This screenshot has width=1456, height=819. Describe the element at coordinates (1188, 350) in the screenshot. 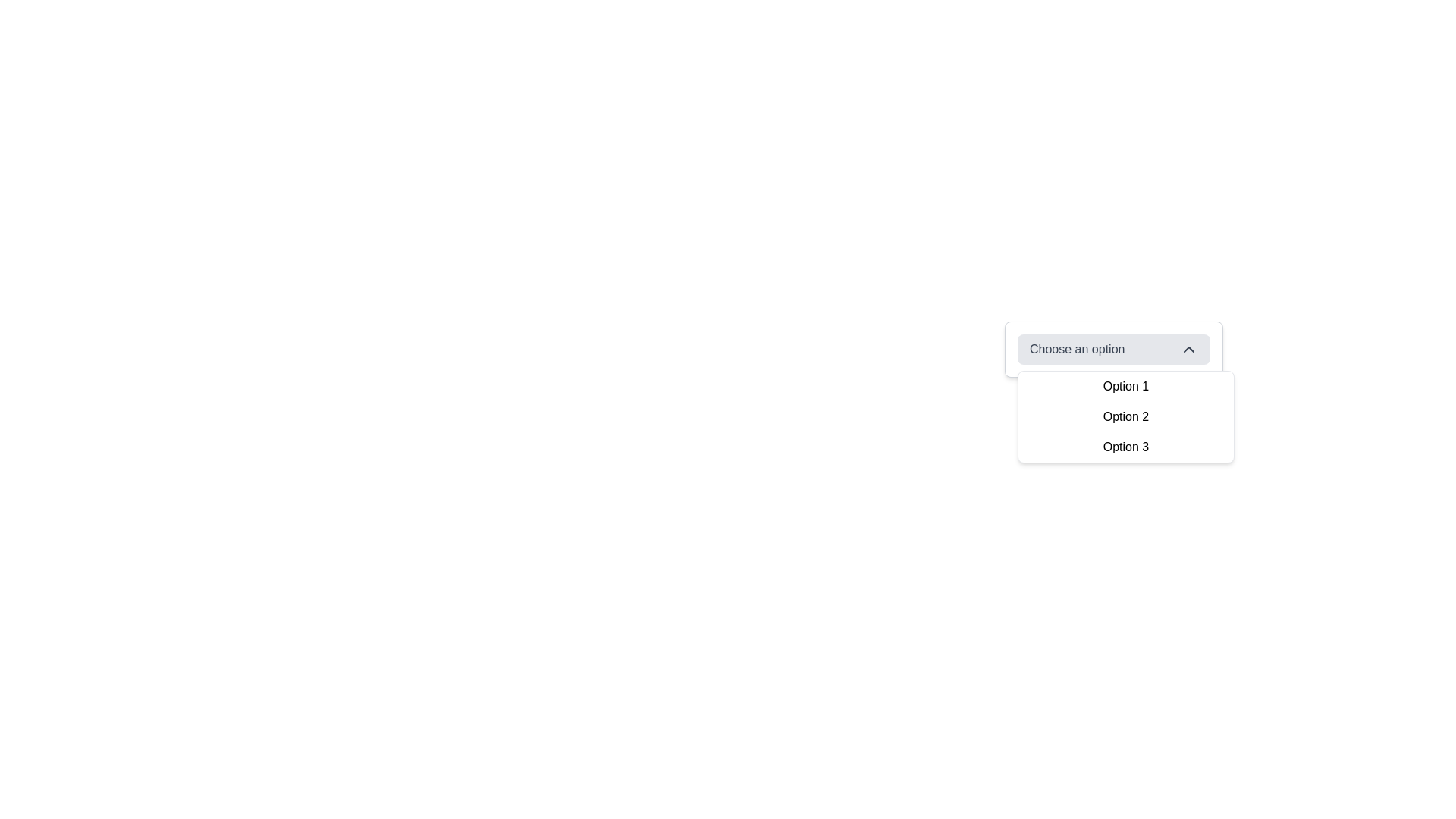

I see `the chevron-up icon located at the far right of the 'Choose an option' dropdown header` at that location.